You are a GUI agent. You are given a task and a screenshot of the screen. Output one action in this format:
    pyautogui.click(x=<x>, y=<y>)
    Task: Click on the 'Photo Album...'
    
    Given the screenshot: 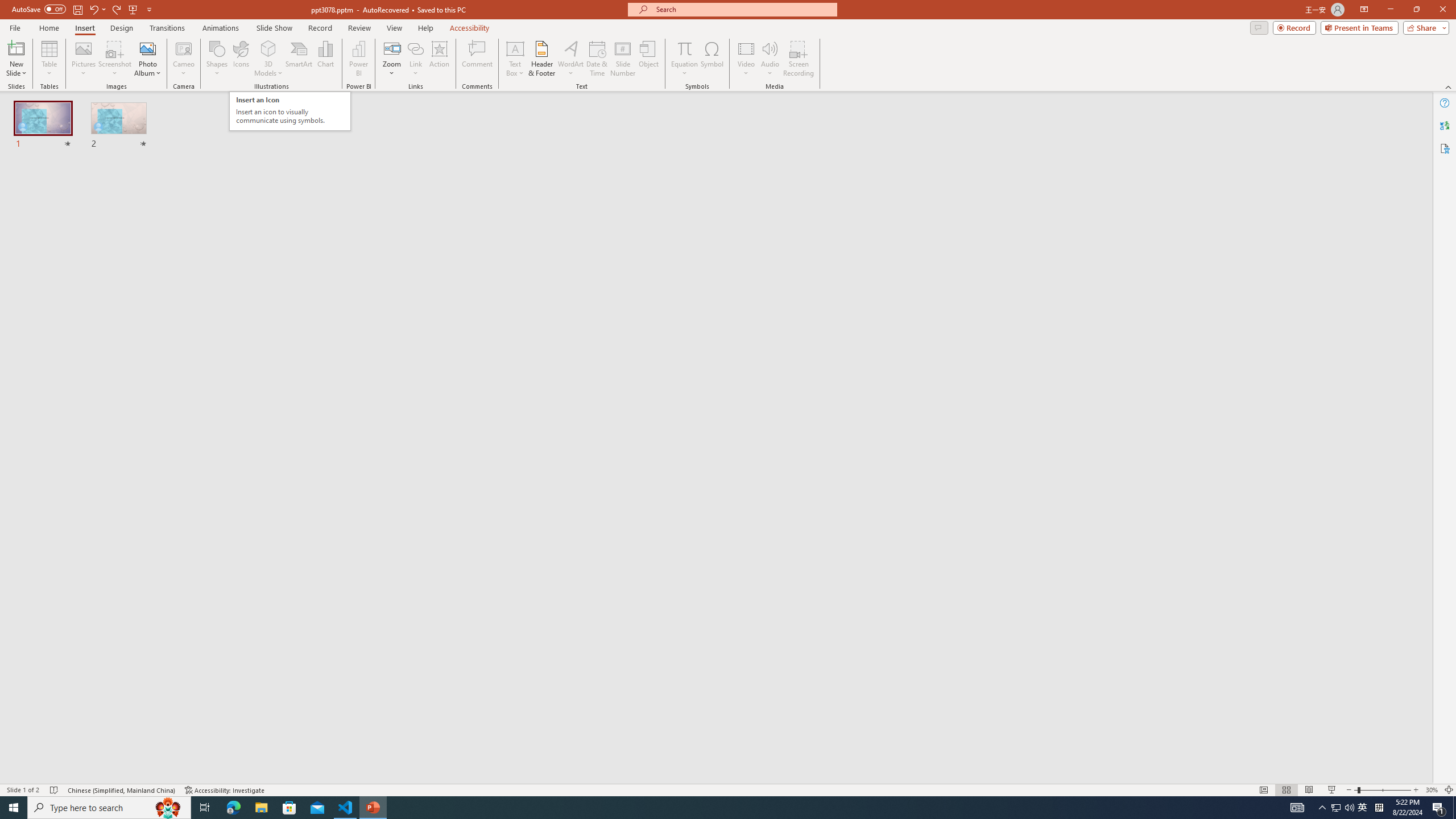 What is the action you would take?
    pyautogui.click(x=147, y=59)
    